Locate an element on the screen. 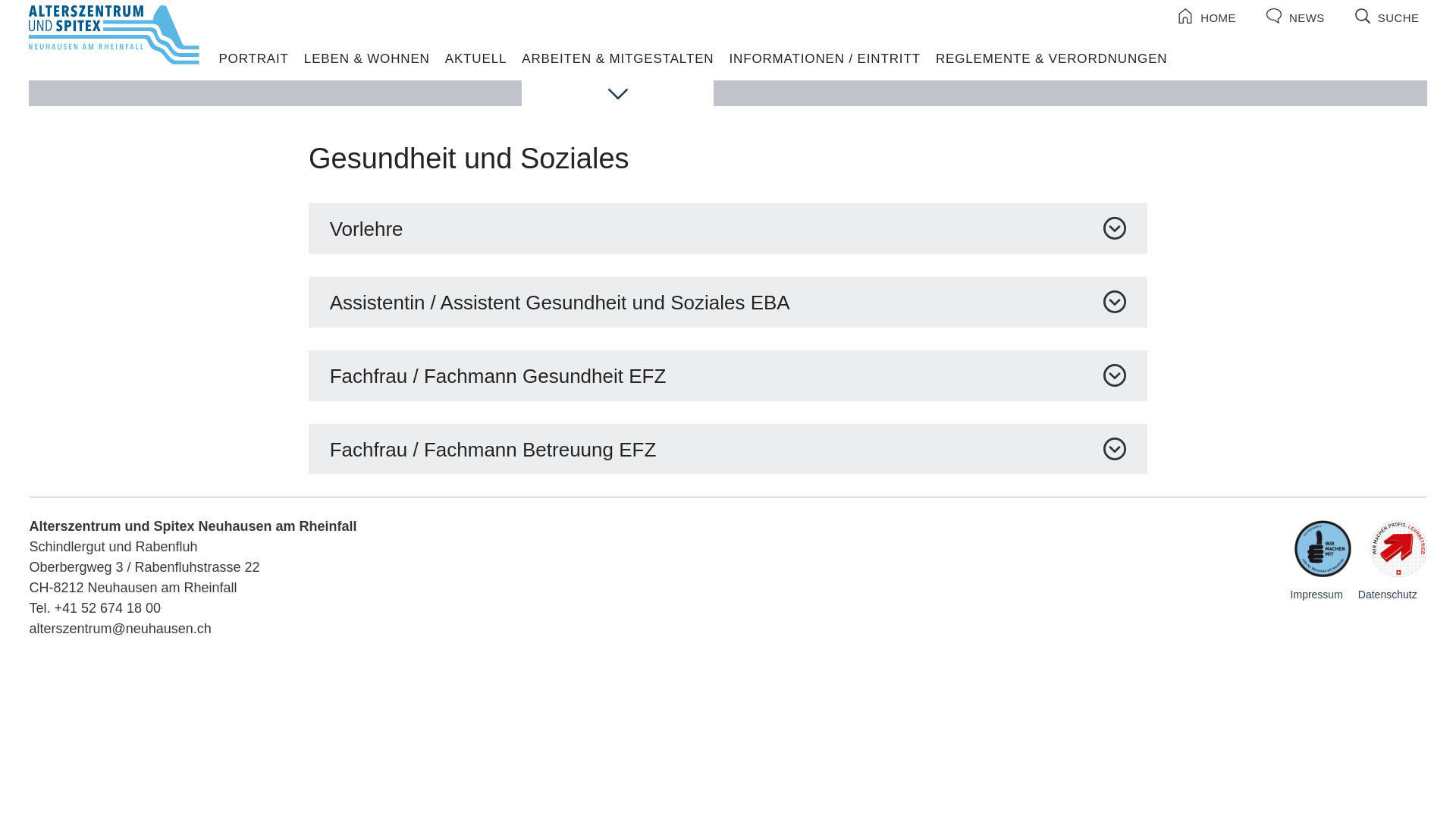  'INFORMATIONEN / EINTRITT' is located at coordinates (823, 58).